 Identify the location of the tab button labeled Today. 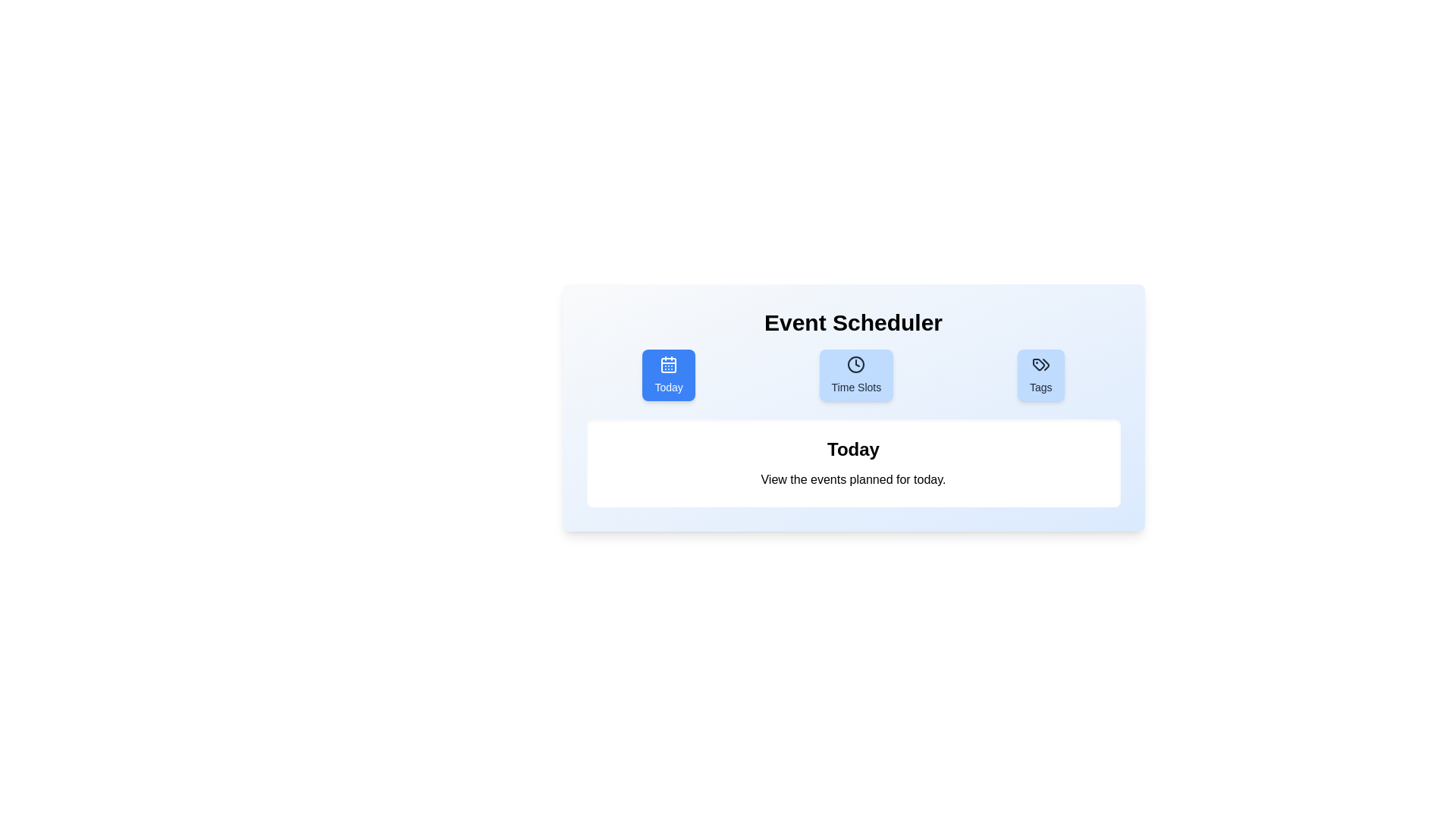
(668, 374).